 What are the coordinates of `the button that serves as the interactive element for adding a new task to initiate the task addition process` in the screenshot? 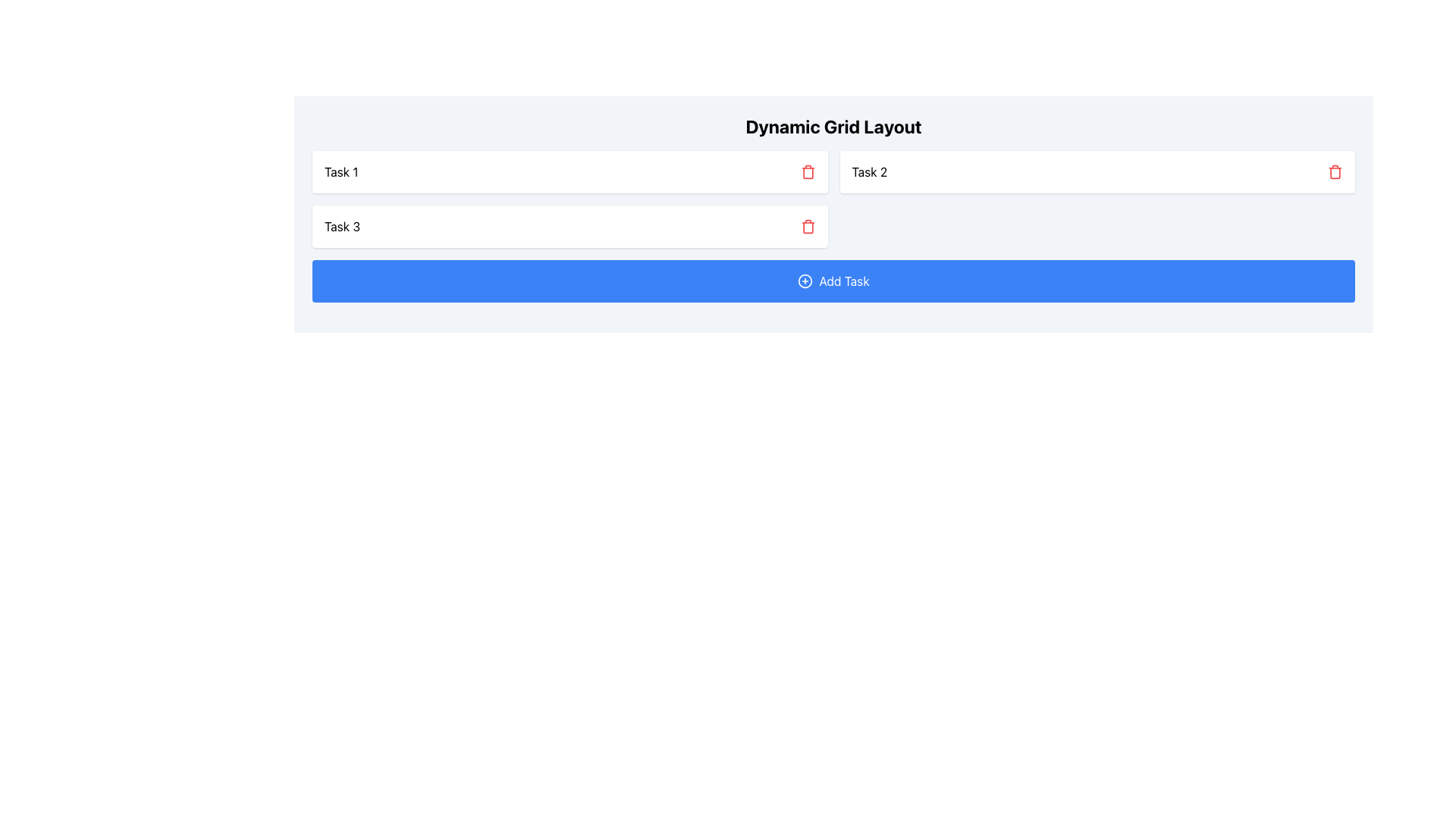 It's located at (833, 281).